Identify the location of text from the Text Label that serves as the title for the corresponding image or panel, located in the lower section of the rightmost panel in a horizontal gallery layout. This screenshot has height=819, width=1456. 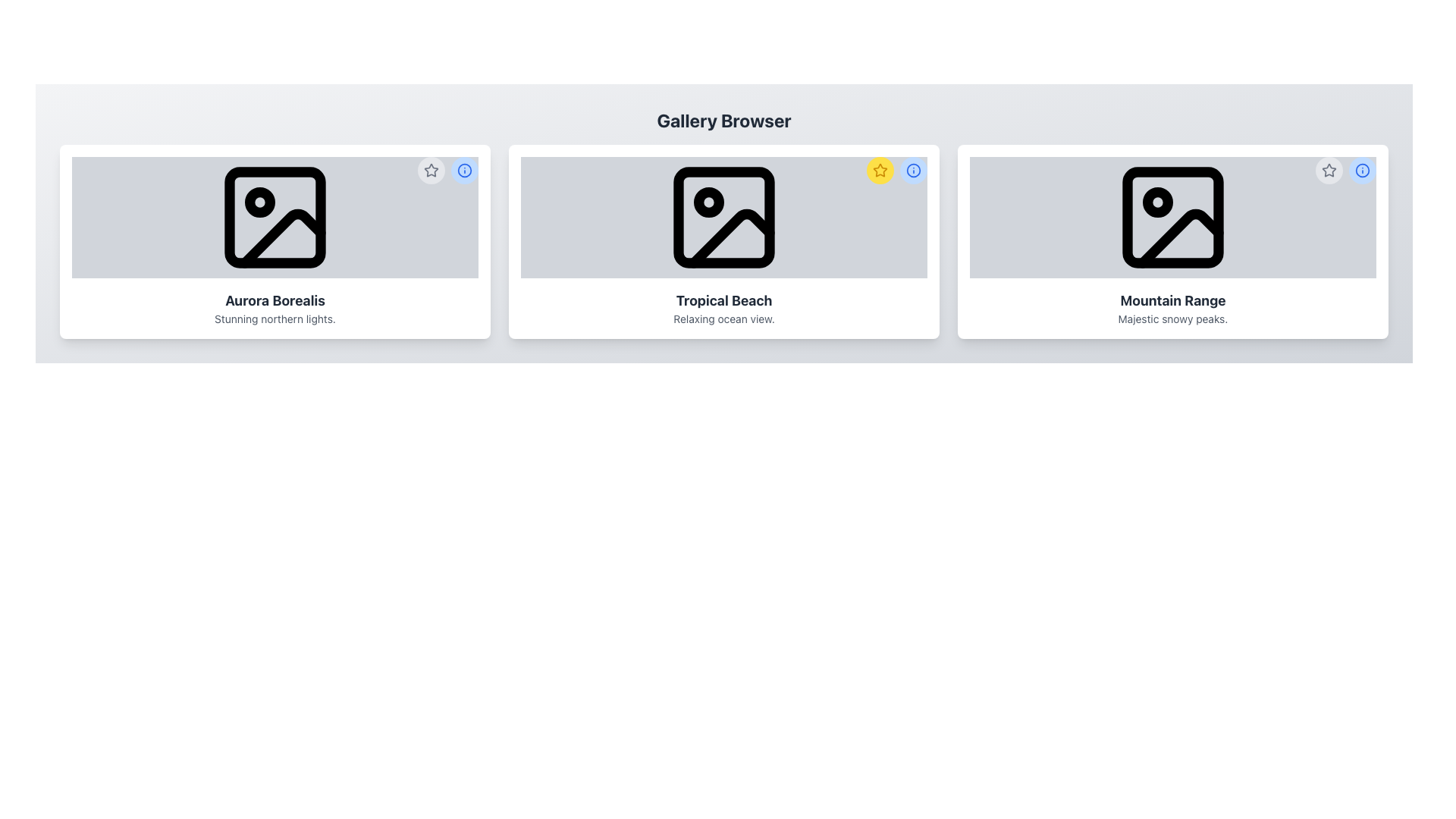
(1172, 301).